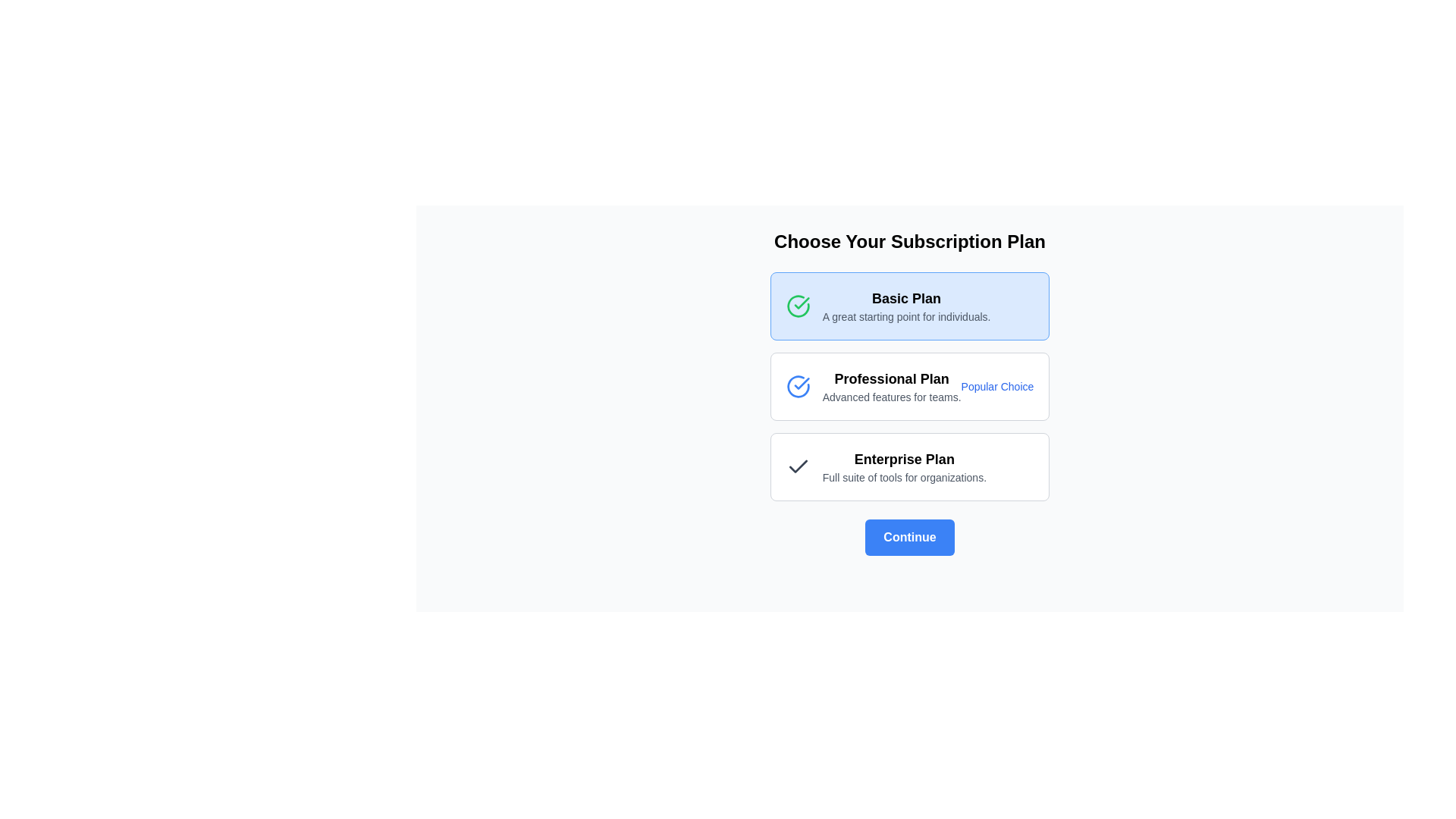 Image resolution: width=1456 pixels, height=819 pixels. What do you see at coordinates (910, 466) in the screenshot?
I see `the 'Enterprise Plan' selection card, which is the third card in a vertical stack of three cards` at bounding box center [910, 466].